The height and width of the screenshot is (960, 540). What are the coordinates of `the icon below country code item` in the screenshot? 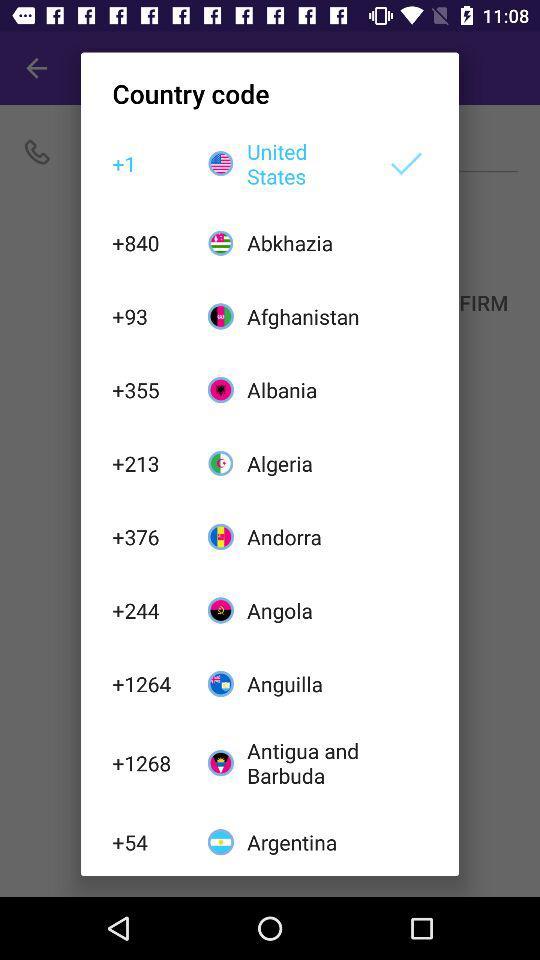 It's located at (305, 162).